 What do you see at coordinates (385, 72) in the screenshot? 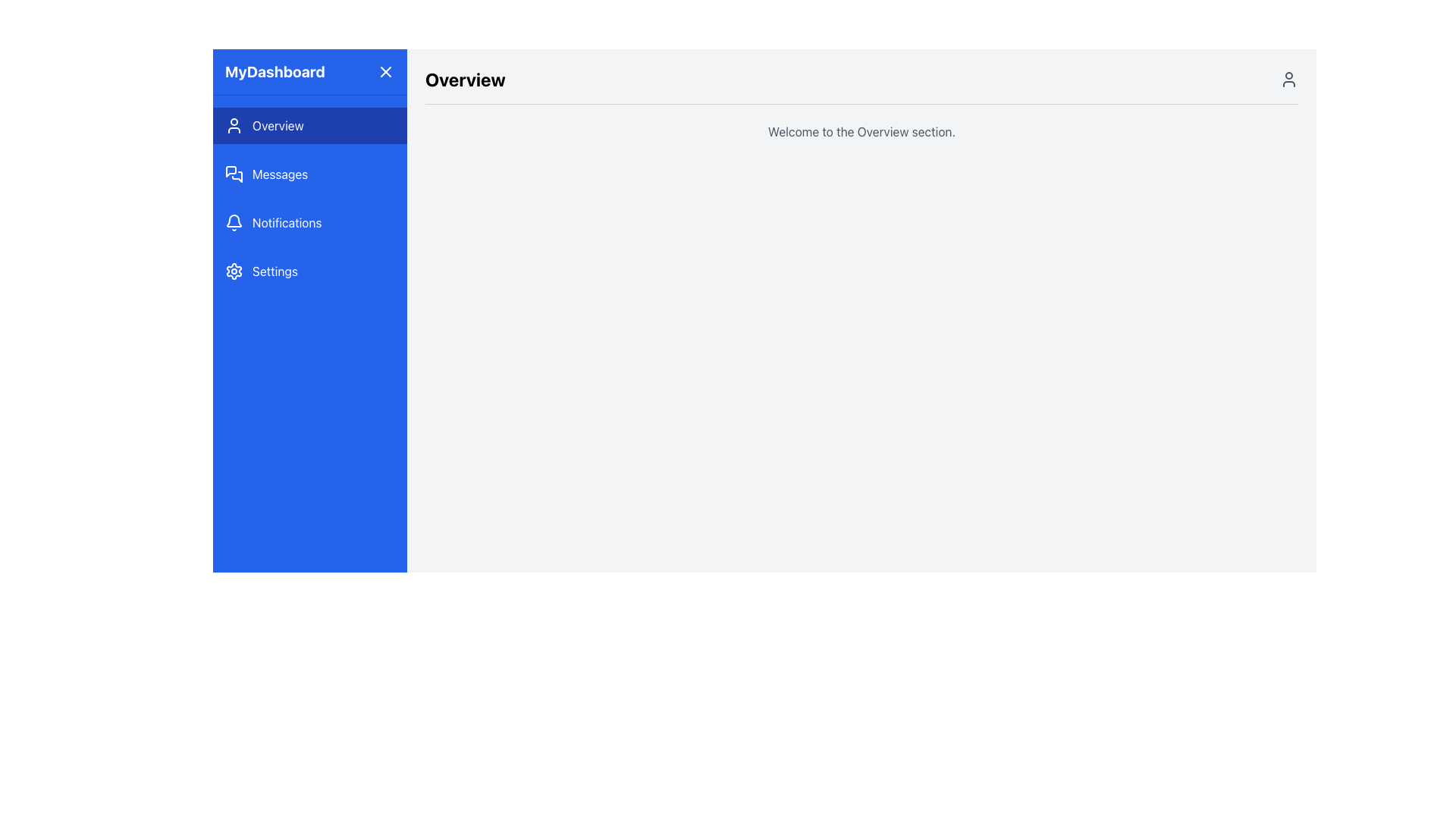
I see `the diagonal cross (X) icon located in the sidebar header next to the 'MyDashboard' text` at bounding box center [385, 72].